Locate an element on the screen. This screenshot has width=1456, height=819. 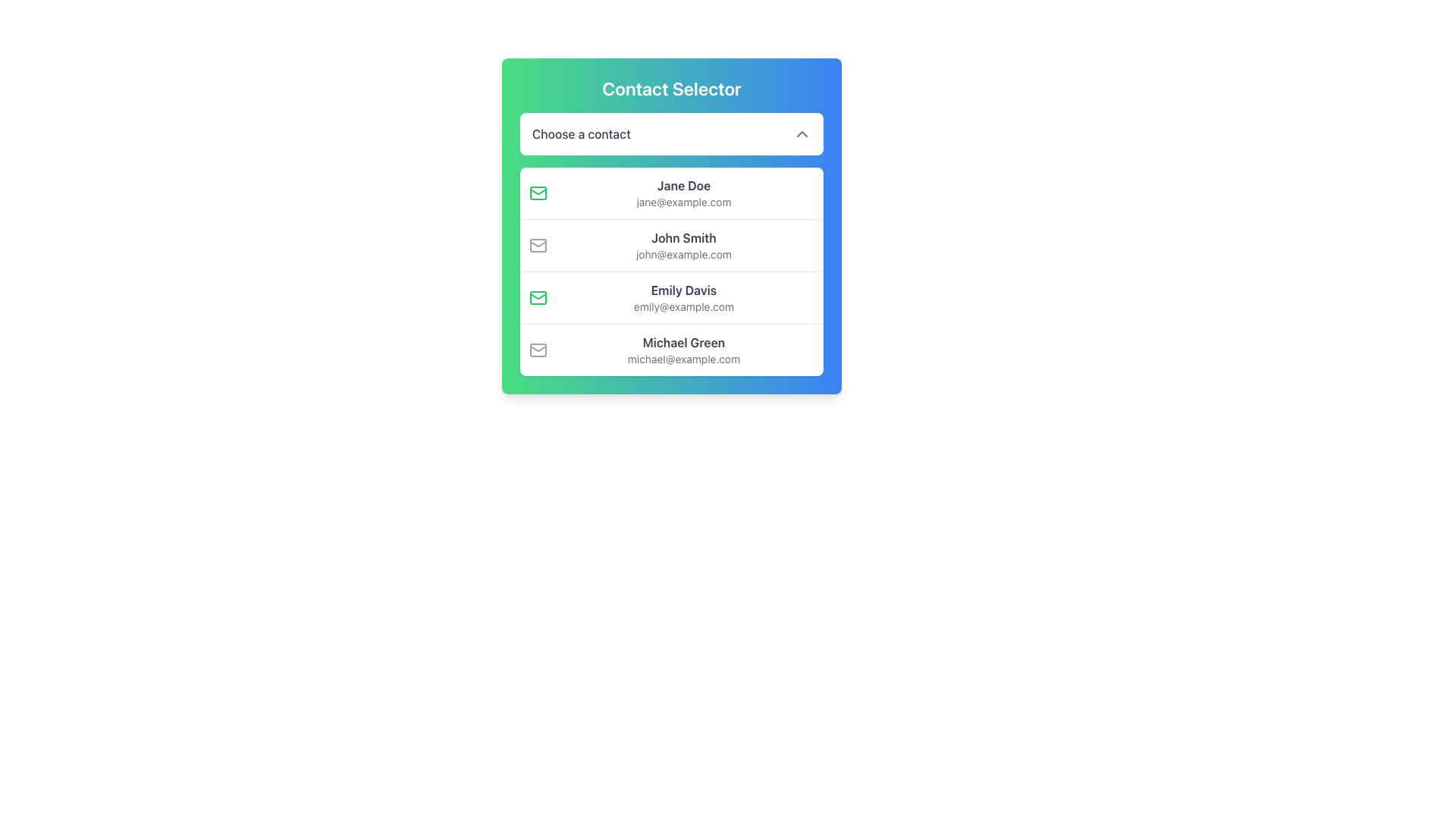
the text label displaying the email address 'michael@example.com', which is styled in a small gray font and located beneath the name label 'Michael Green' as the last item in a horizontal list of entries is located at coordinates (683, 359).